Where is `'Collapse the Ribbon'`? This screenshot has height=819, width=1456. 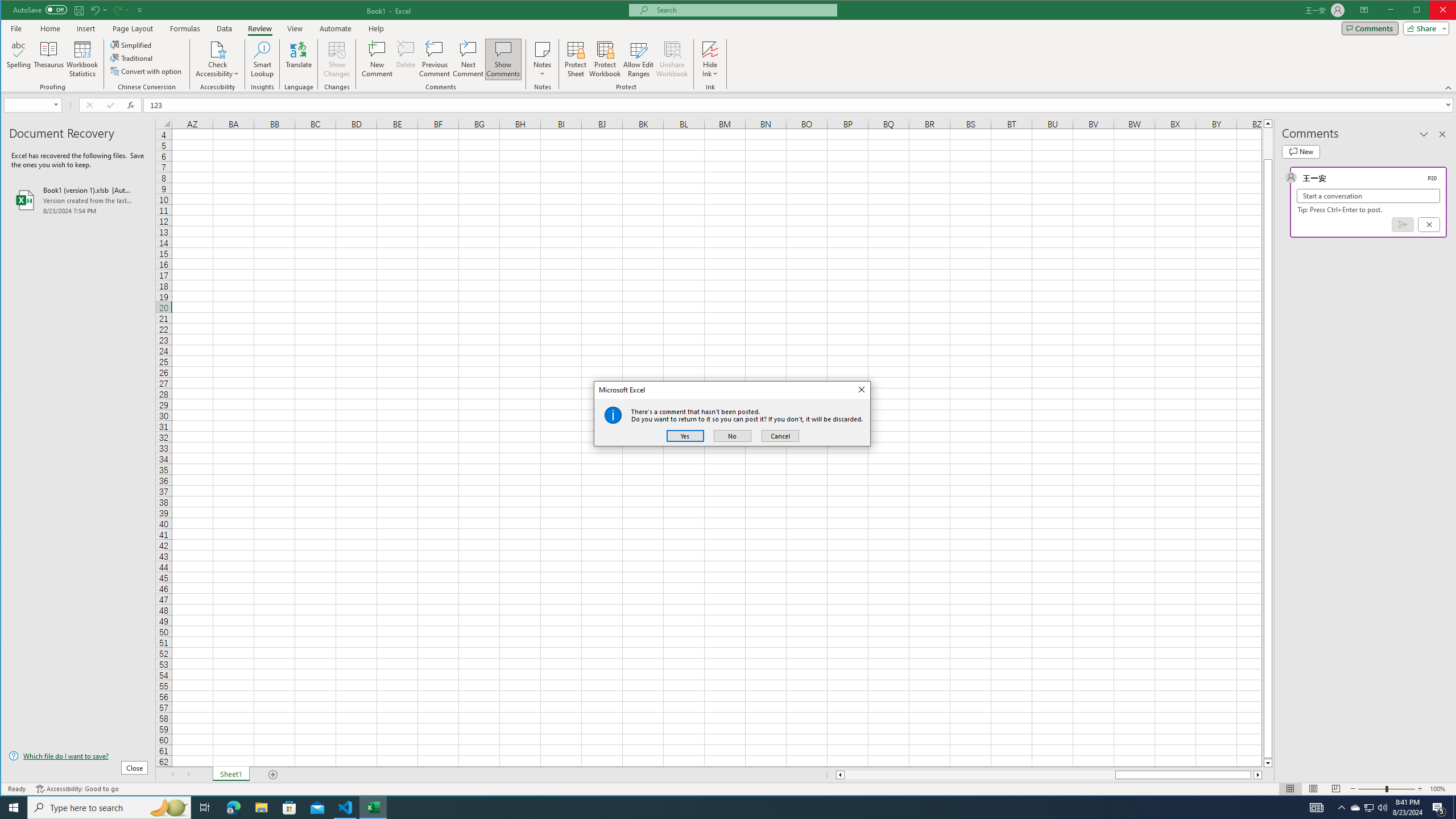
'Collapse the Ribbon' is located at coordinates (1449, 87).